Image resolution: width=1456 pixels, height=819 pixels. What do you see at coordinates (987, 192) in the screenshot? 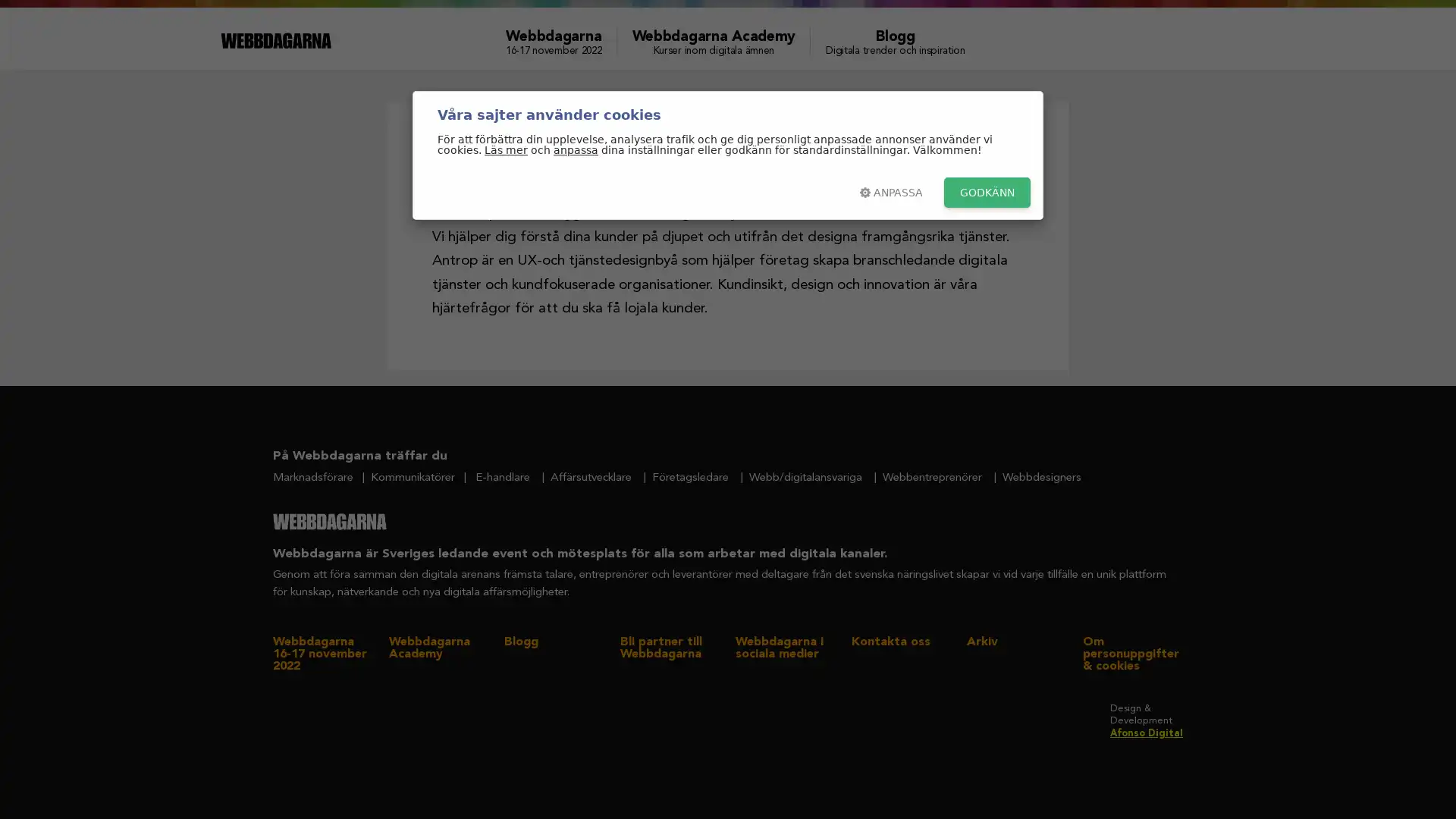
I see `GODKANN` at bounding box center [987, 192].